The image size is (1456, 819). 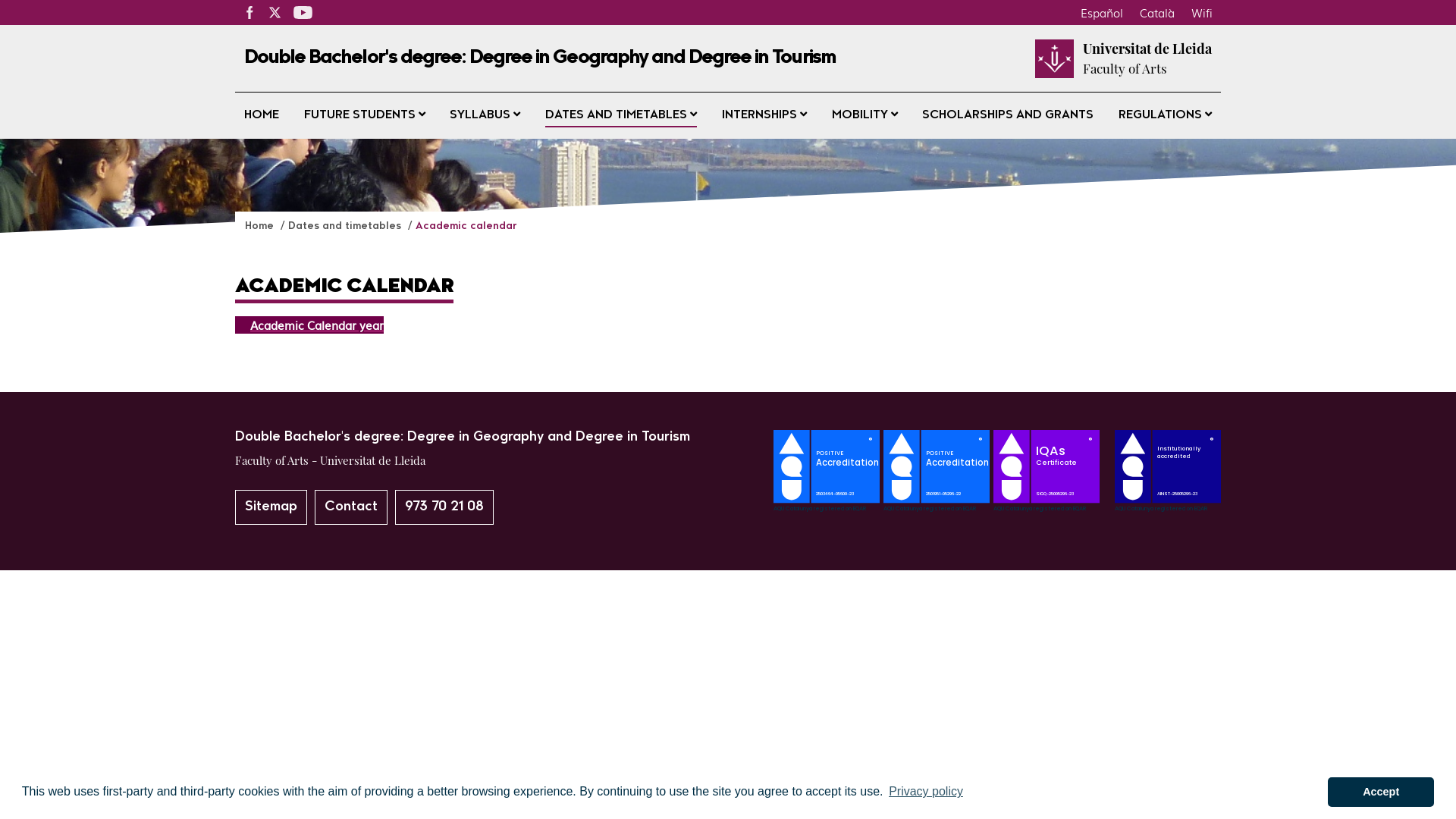 I want to click on 'Privacy policy', so click(x=924, y=791).